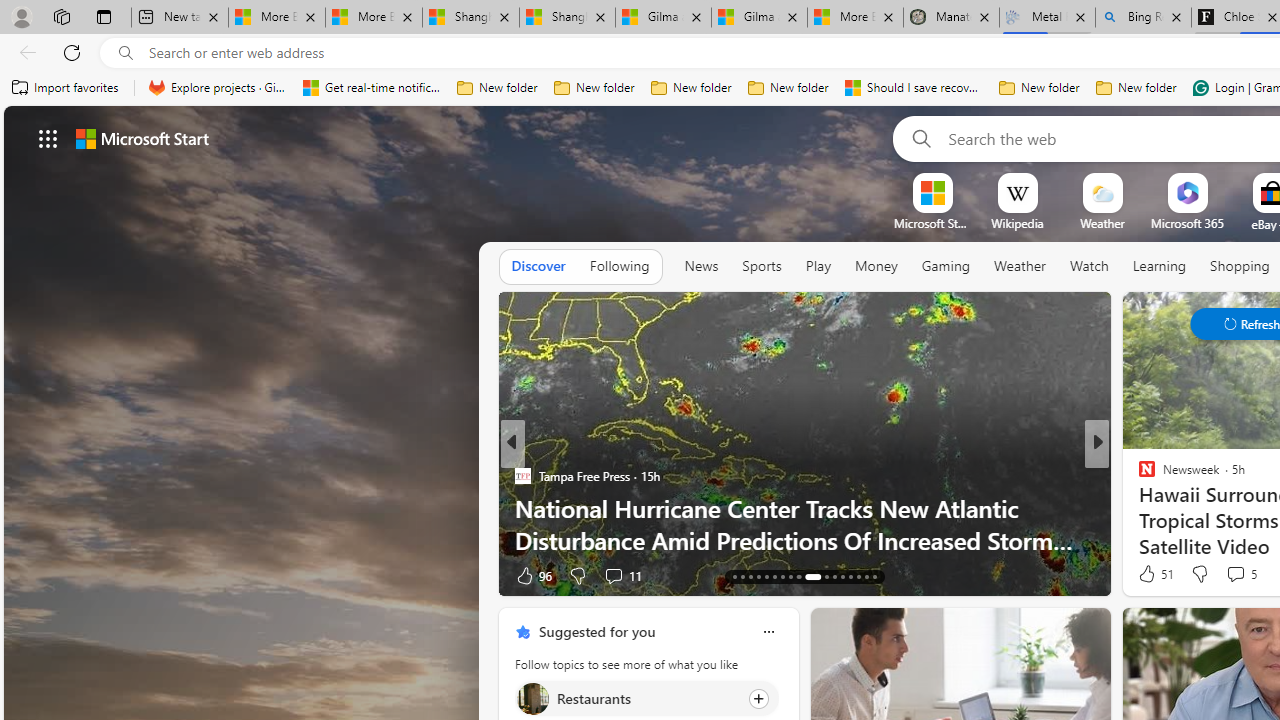  What do you see at coordinates (1138, 475) in the screenshot?
I see `'Lifehacker'` at bounding box center [1138, 475].